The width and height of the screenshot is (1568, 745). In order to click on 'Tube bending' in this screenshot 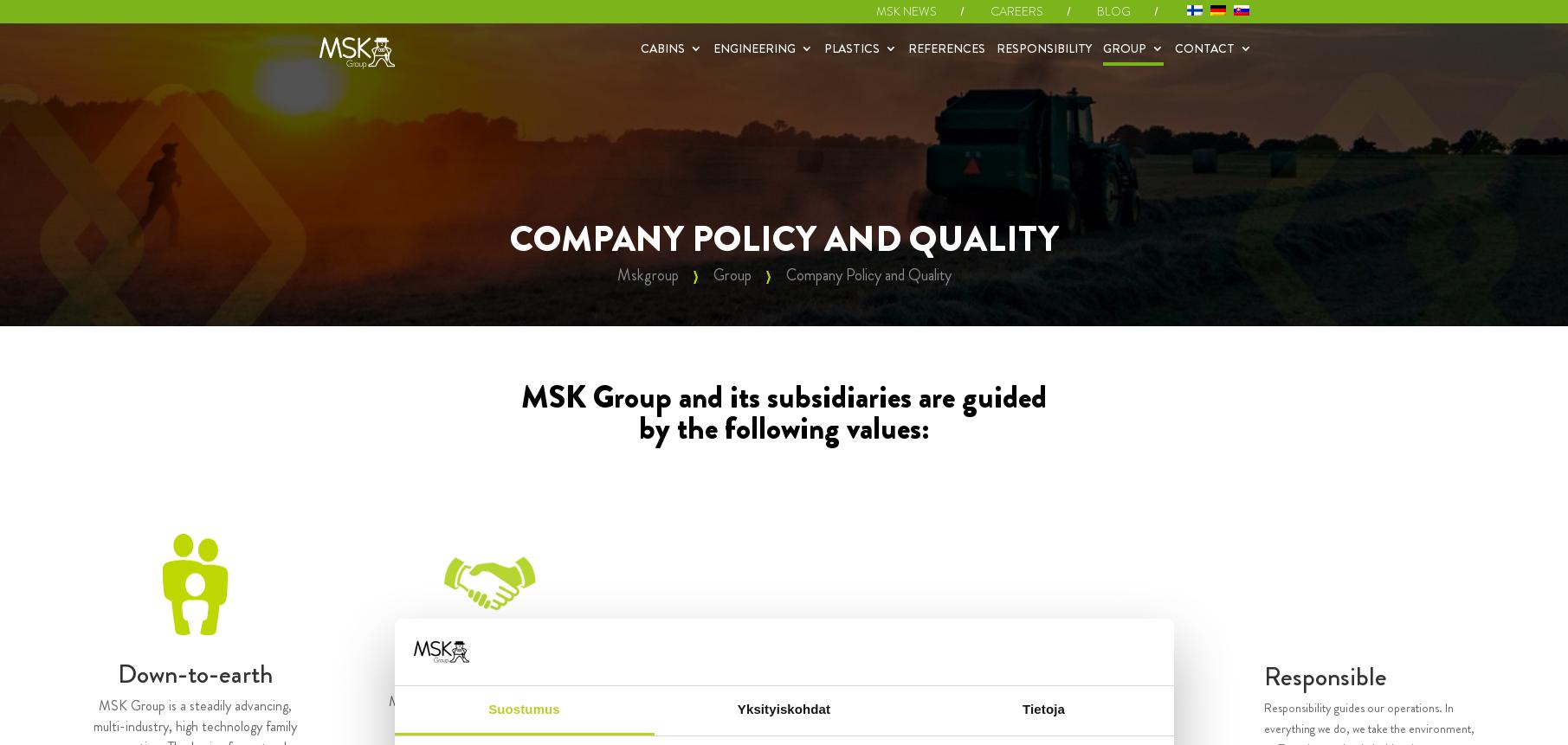, I will do `click(718, 129)`.